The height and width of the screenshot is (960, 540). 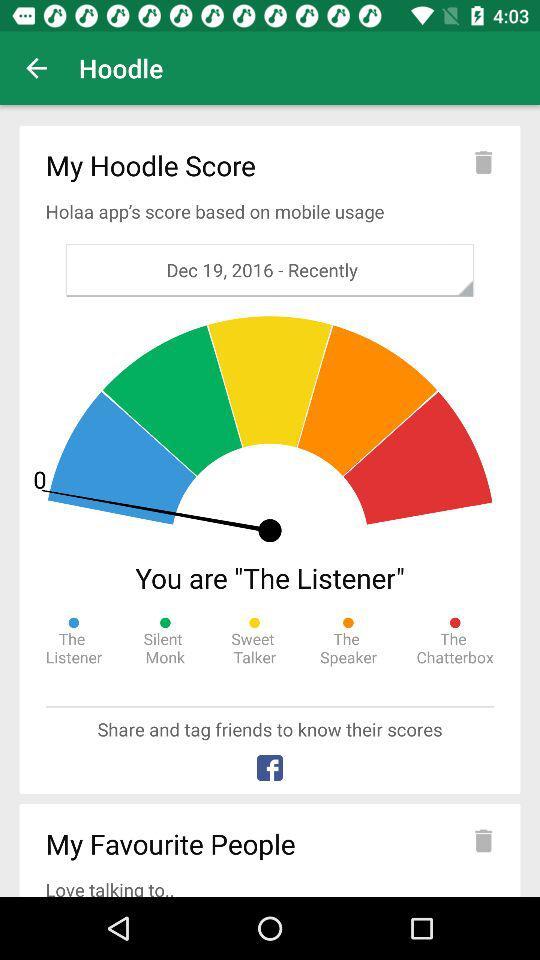 I want to click on delete, so click(x=482, y=161).